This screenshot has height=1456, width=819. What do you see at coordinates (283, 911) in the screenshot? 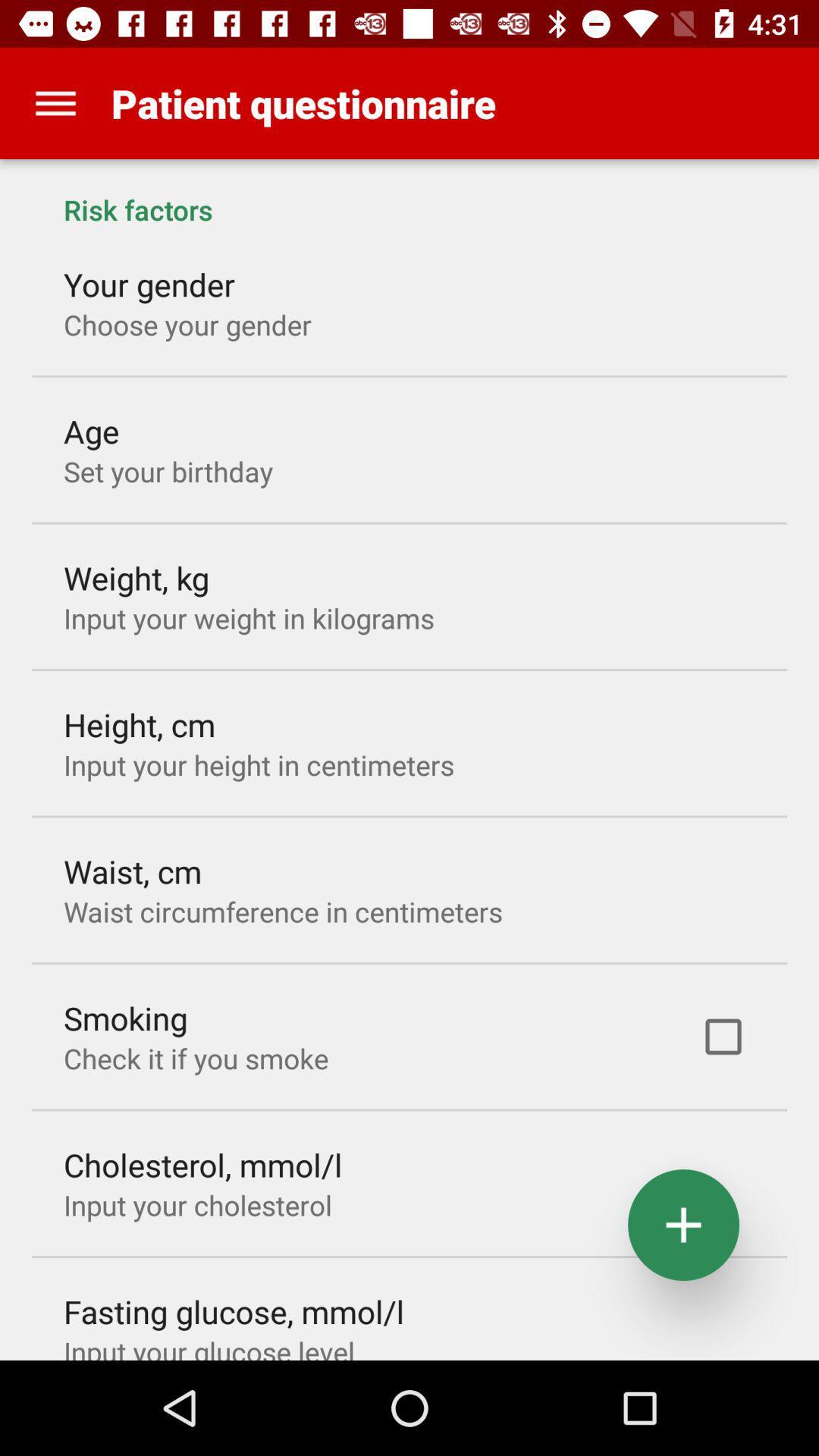
I see `item above the smoking` at bounding box center [283, 911].